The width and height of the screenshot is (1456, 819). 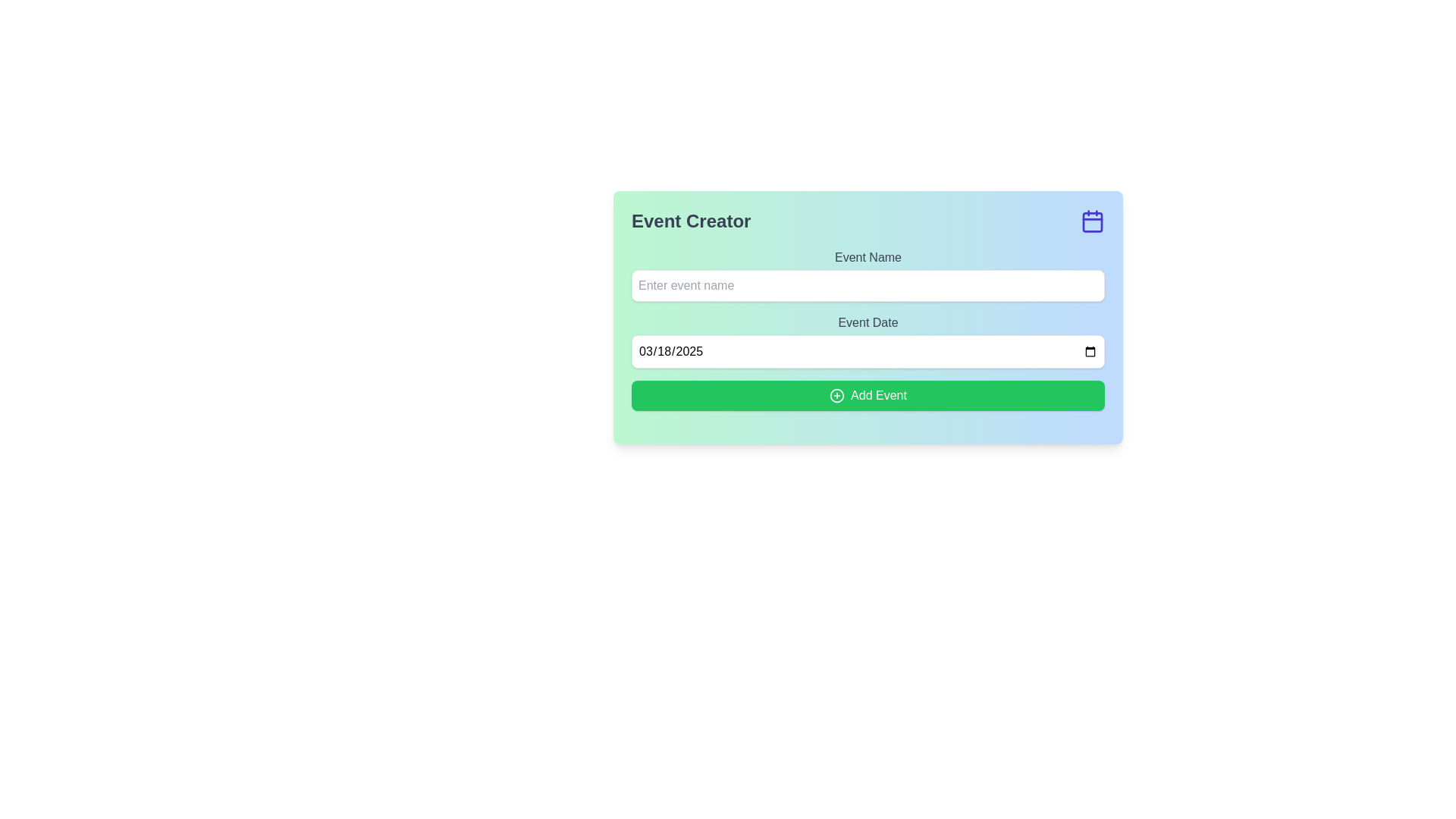 I want to click on the 'Event Date' label which is displayed in medium gray color and located above the date input field, so click(x=868, y=321).